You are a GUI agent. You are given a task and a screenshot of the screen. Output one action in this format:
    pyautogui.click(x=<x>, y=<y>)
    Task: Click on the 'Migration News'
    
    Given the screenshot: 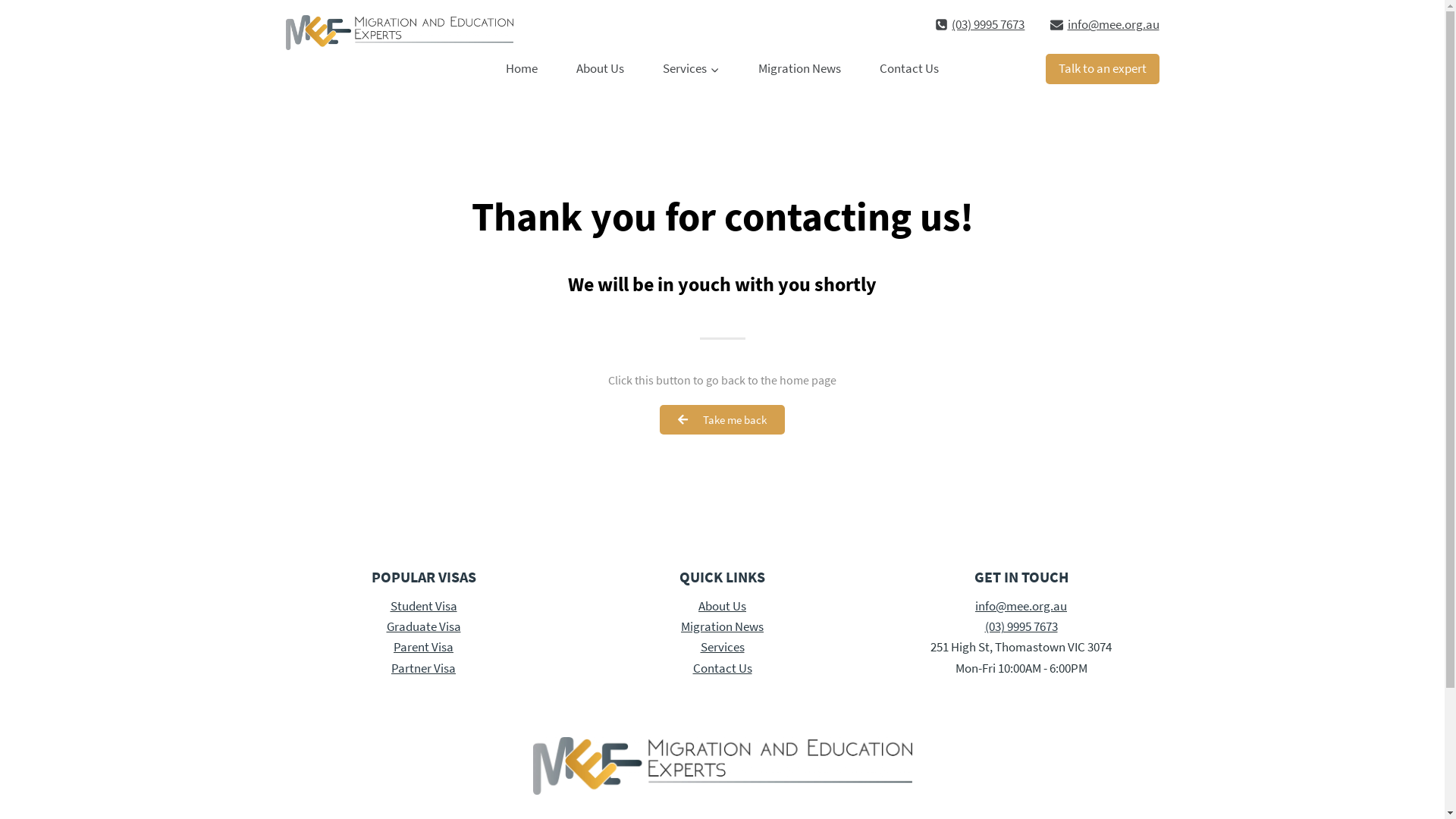 What is the action you would take?
    pyautogui.click(x=799, y=69)
    